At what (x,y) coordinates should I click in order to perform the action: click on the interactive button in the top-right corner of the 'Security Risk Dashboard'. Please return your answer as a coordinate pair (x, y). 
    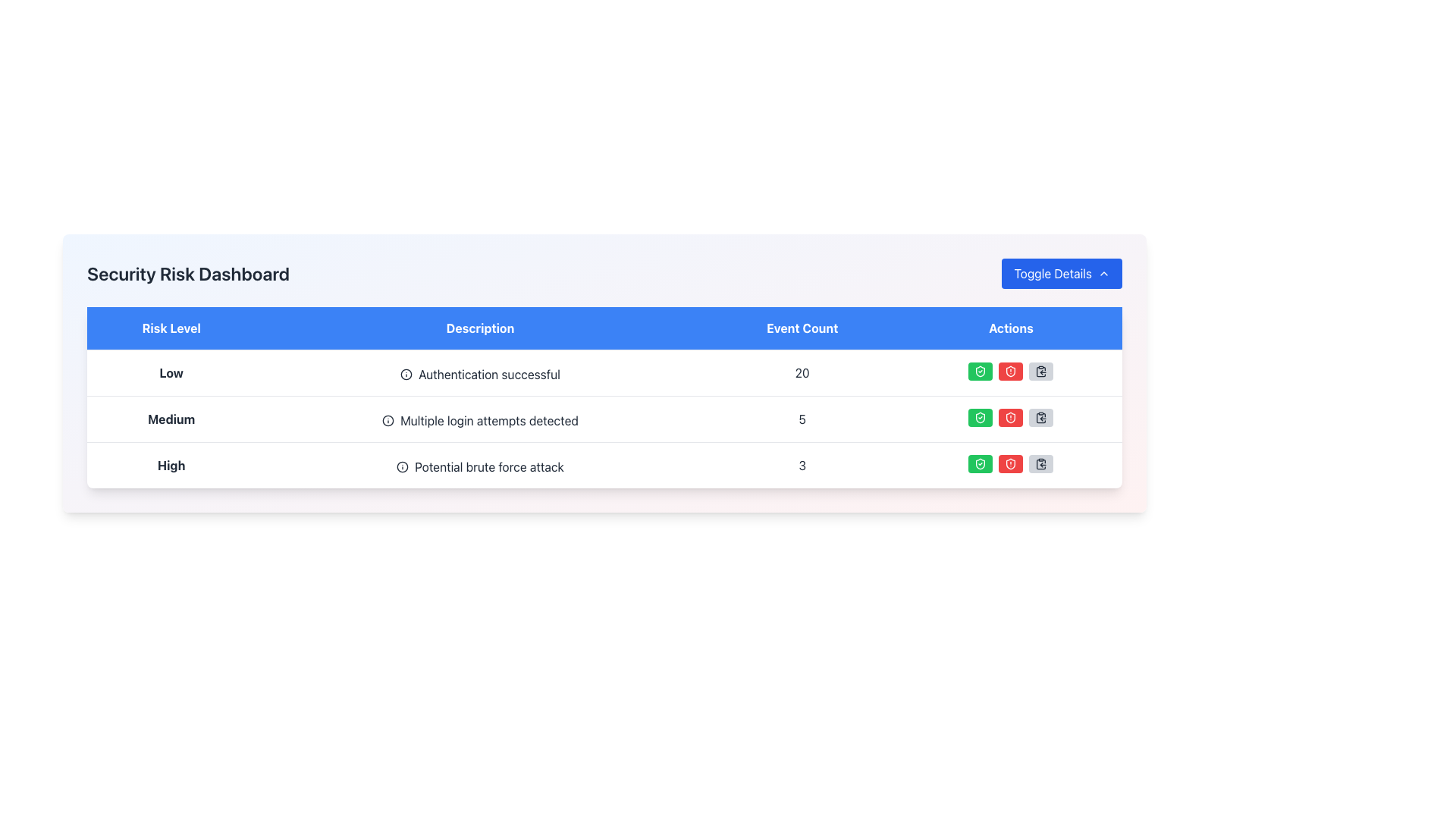
    Looking at the image, I should click on (1061, 274).